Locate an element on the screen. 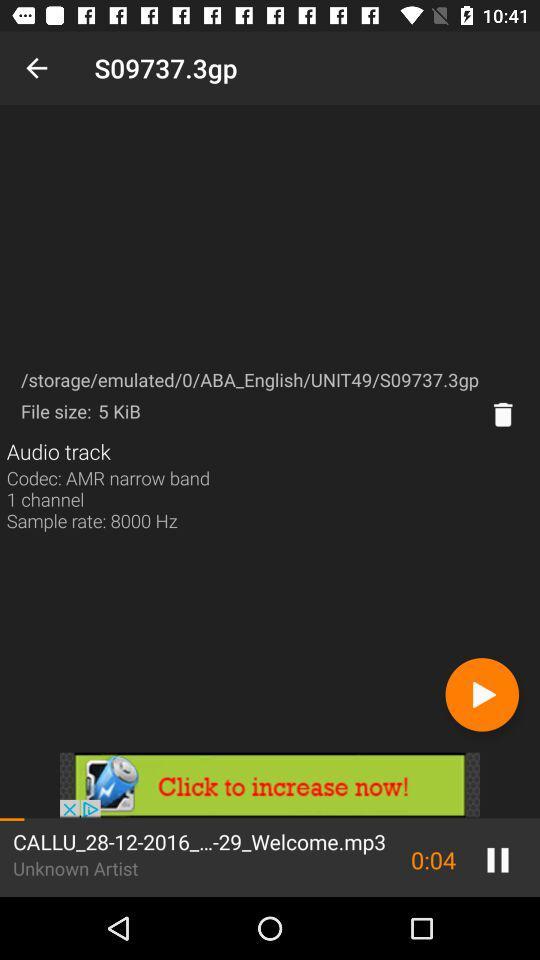 This screenshot has height=960, width=540. play patturn is located at coordinates (481, 694).